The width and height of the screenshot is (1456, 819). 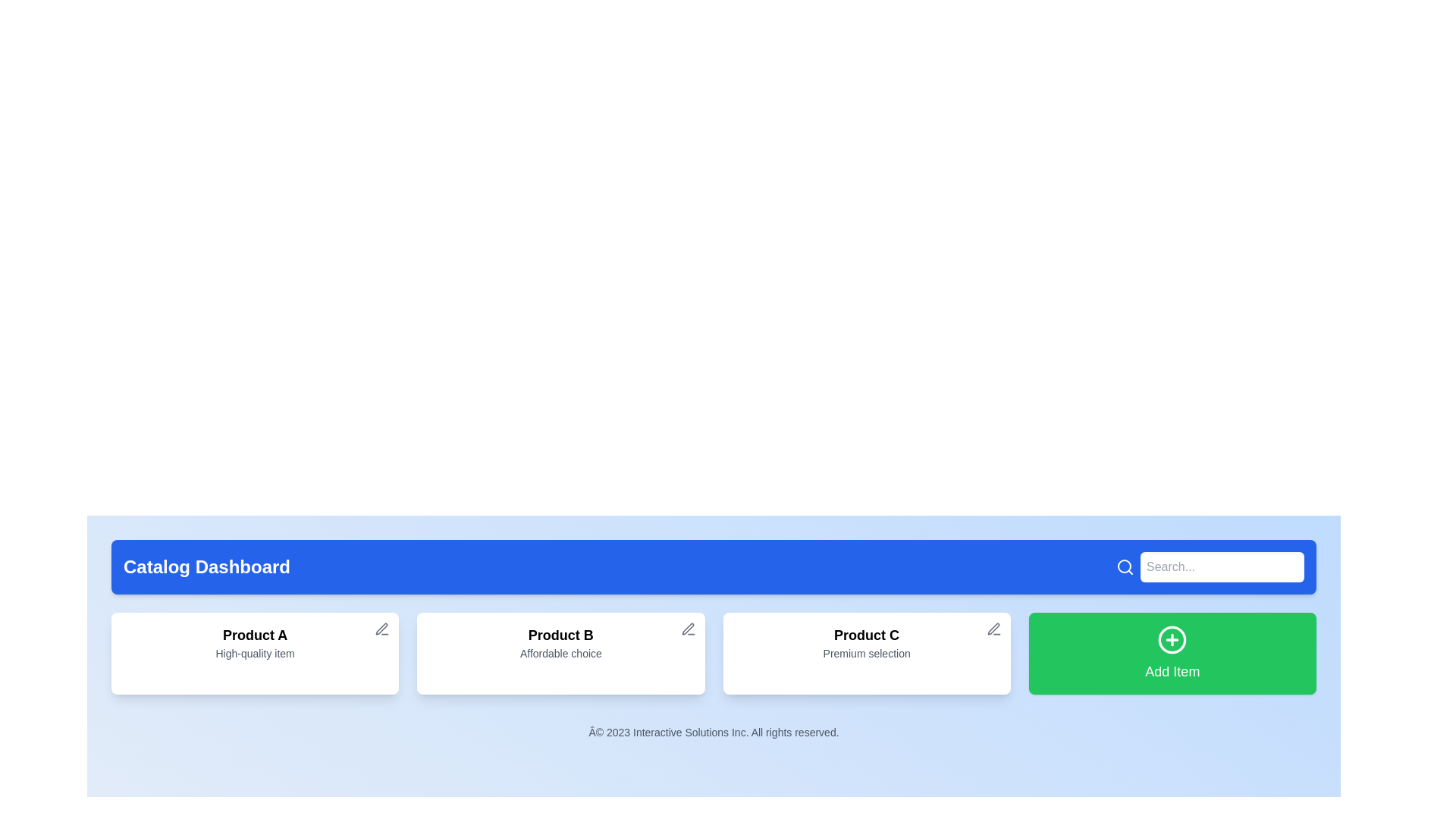 I want to click on the circular outline within the 'Add Item' button, which is part of an SVG graphic representing the button's functionality, so click(x=1172, y=640).